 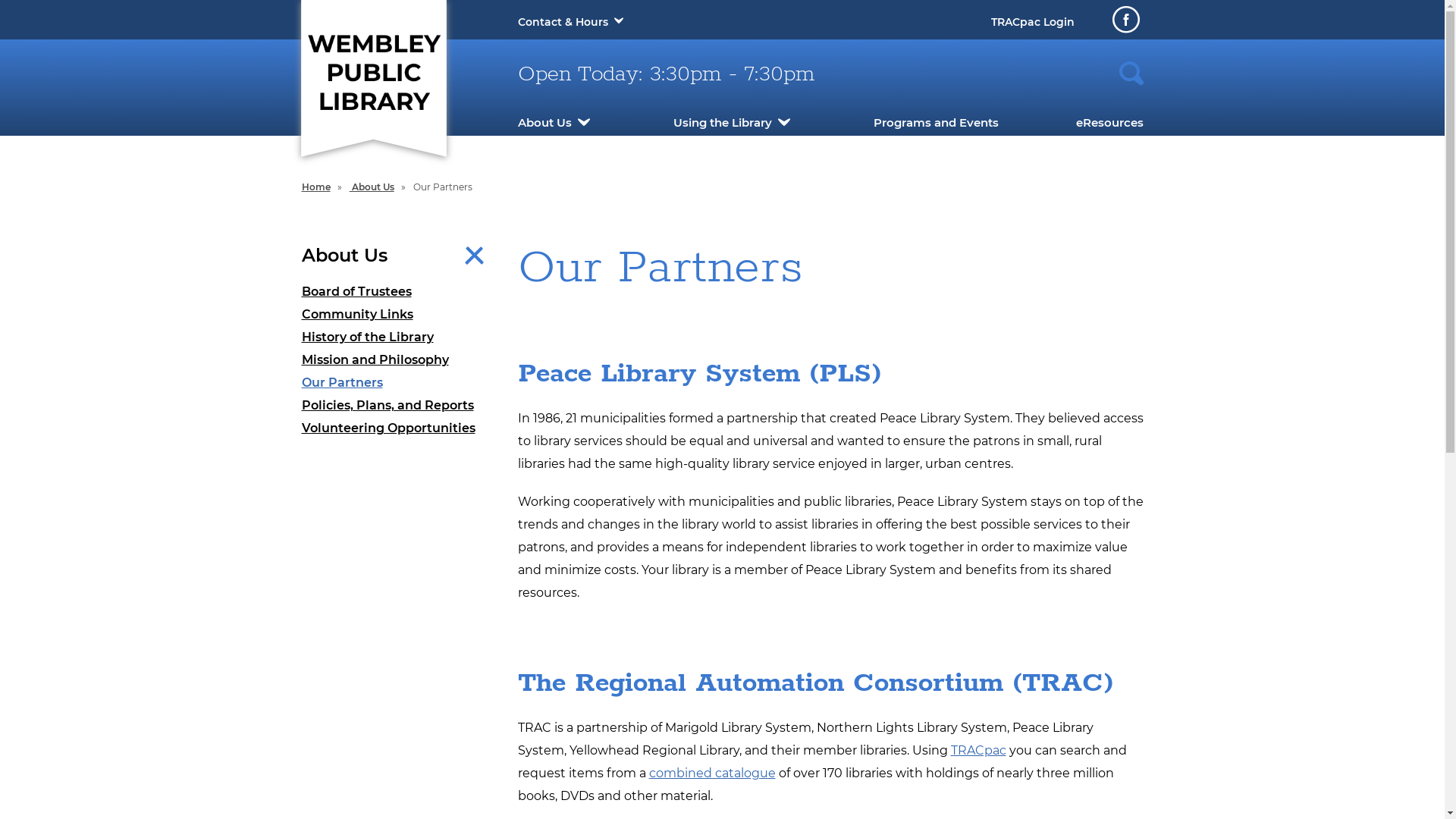 What do you see at coordinates (1109, 121) in the screenshot?
I see `'eResources'` at bounding box center [1109, 121].